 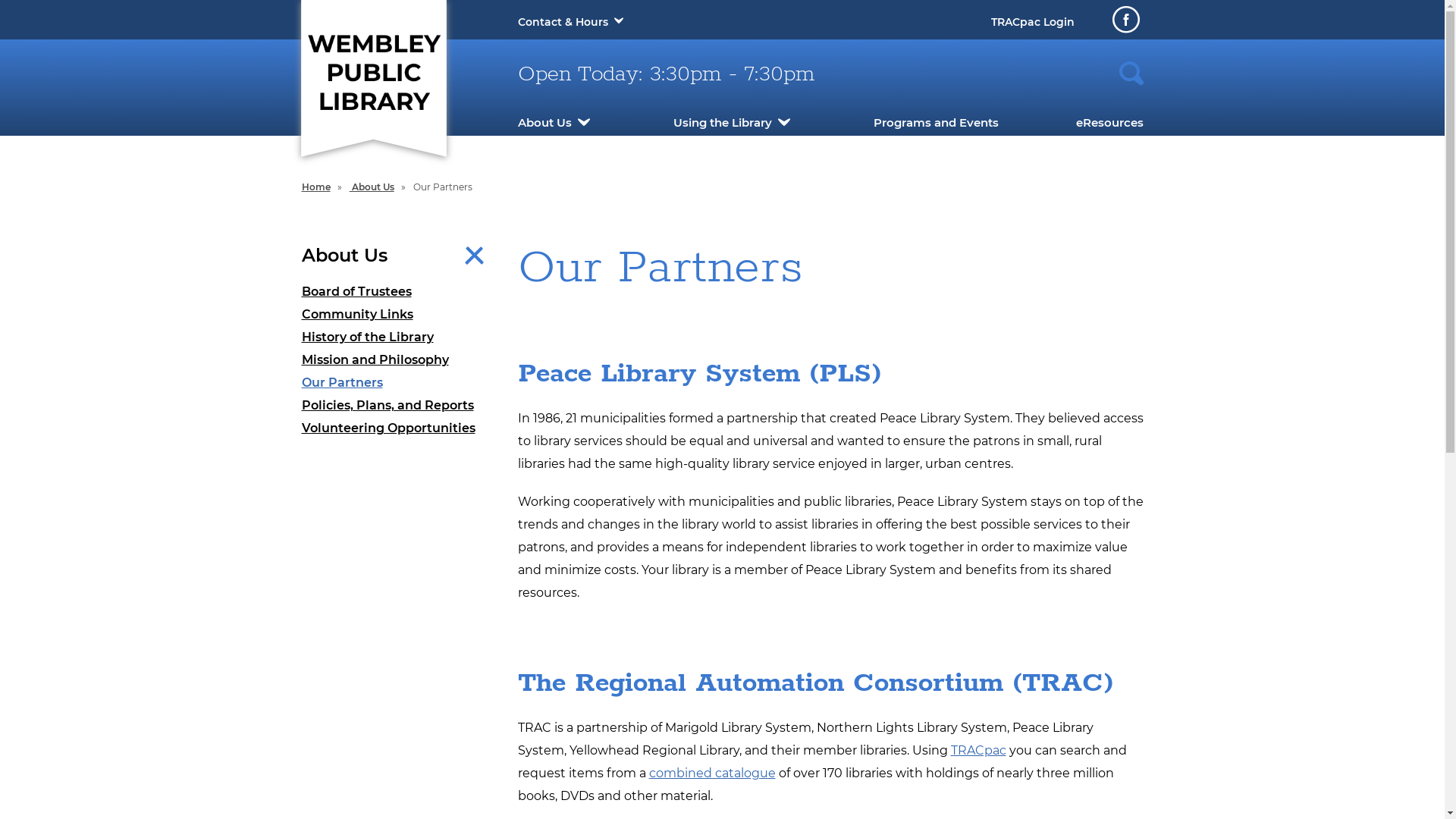 What do you see at coordinates (1109, 121) in the screenshot?
I see `'eResources'` at bounding box center [1109, 121].